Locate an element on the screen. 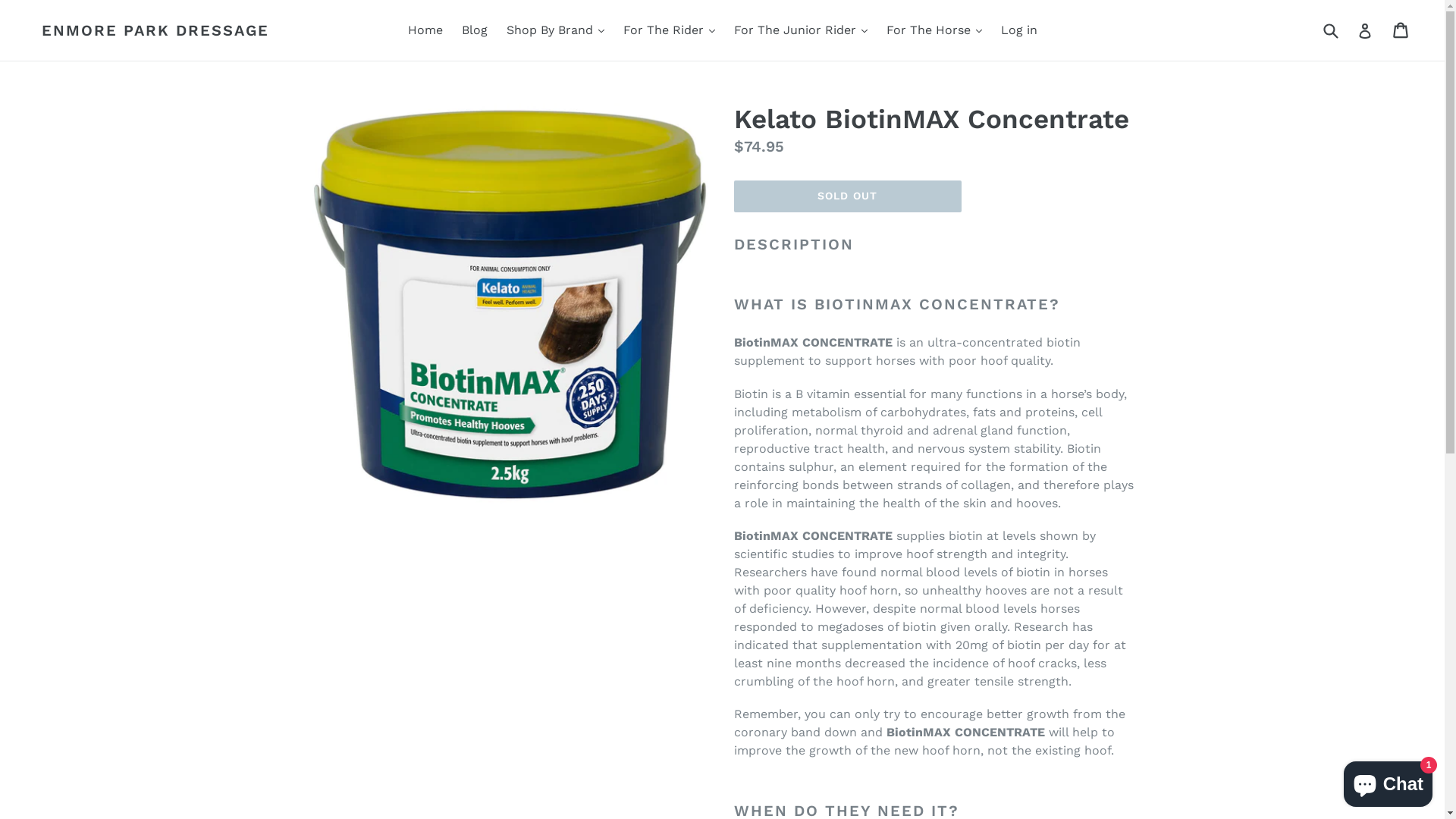 Image resolution: width=1456 pixels, height=819 pixels. 'Blog' is located at coordinates (472, 30).